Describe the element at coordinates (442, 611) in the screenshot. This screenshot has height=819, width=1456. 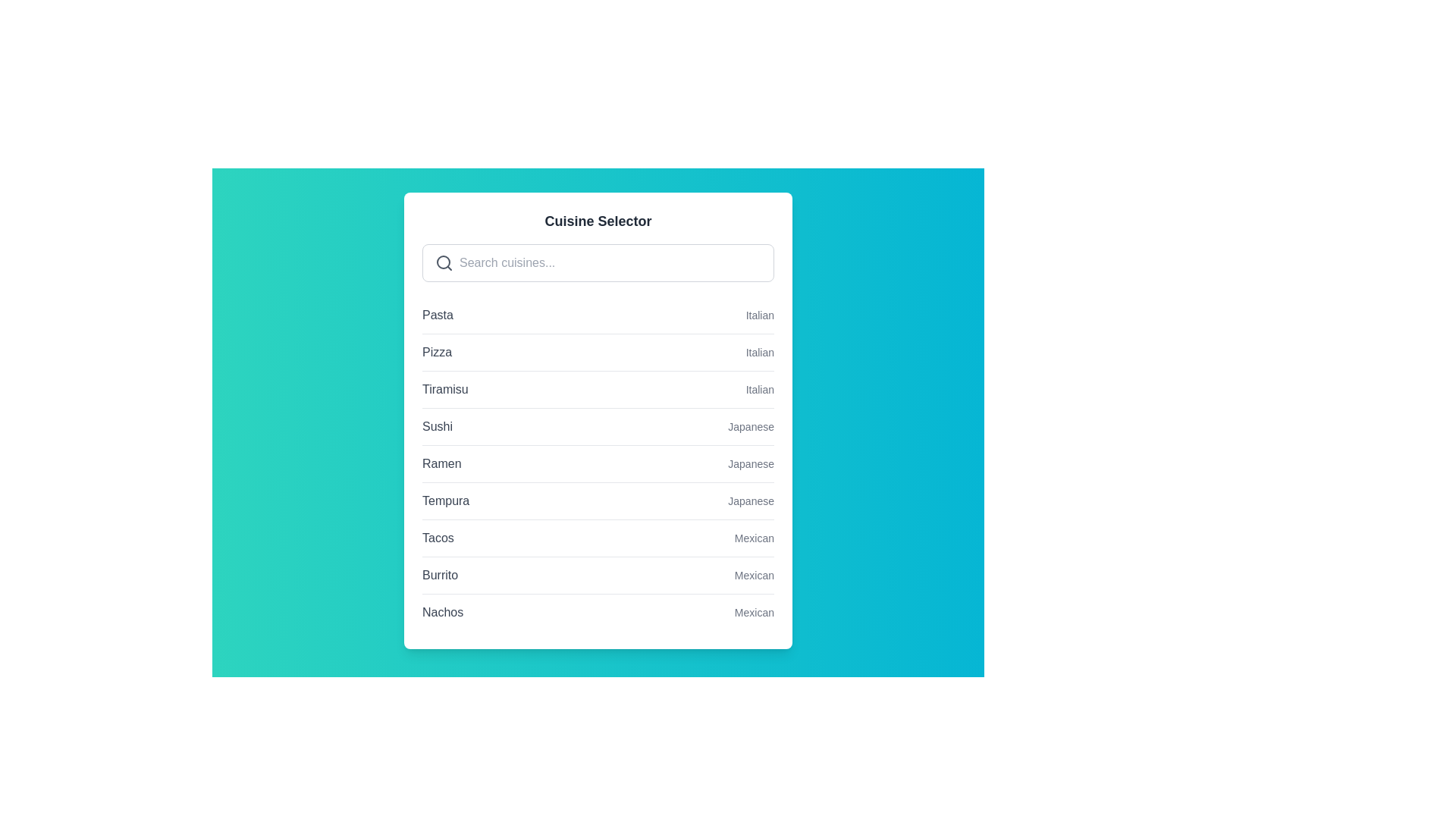
I see `text label displaying 'Nachos' in medium gray font, located in the bottom-most row of the list labeled 'NachosMexican'` at that location.